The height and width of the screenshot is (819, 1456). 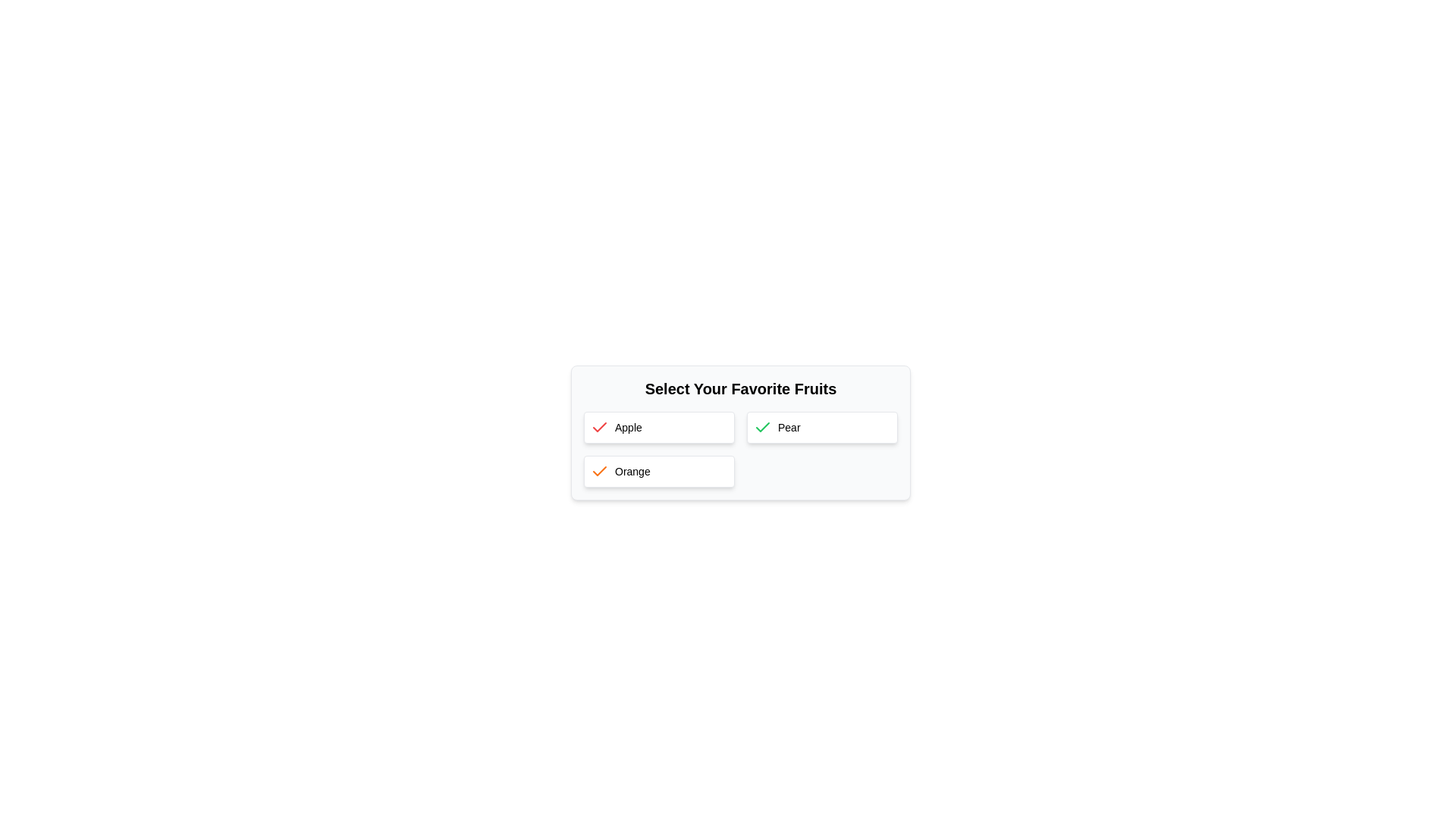 I want to click on the text label displaying 'Orange' located in the 'Select Your Favorite Fruits' section, which is positioned to the right of an orange checkmark icon, so click(x=632, y=470).